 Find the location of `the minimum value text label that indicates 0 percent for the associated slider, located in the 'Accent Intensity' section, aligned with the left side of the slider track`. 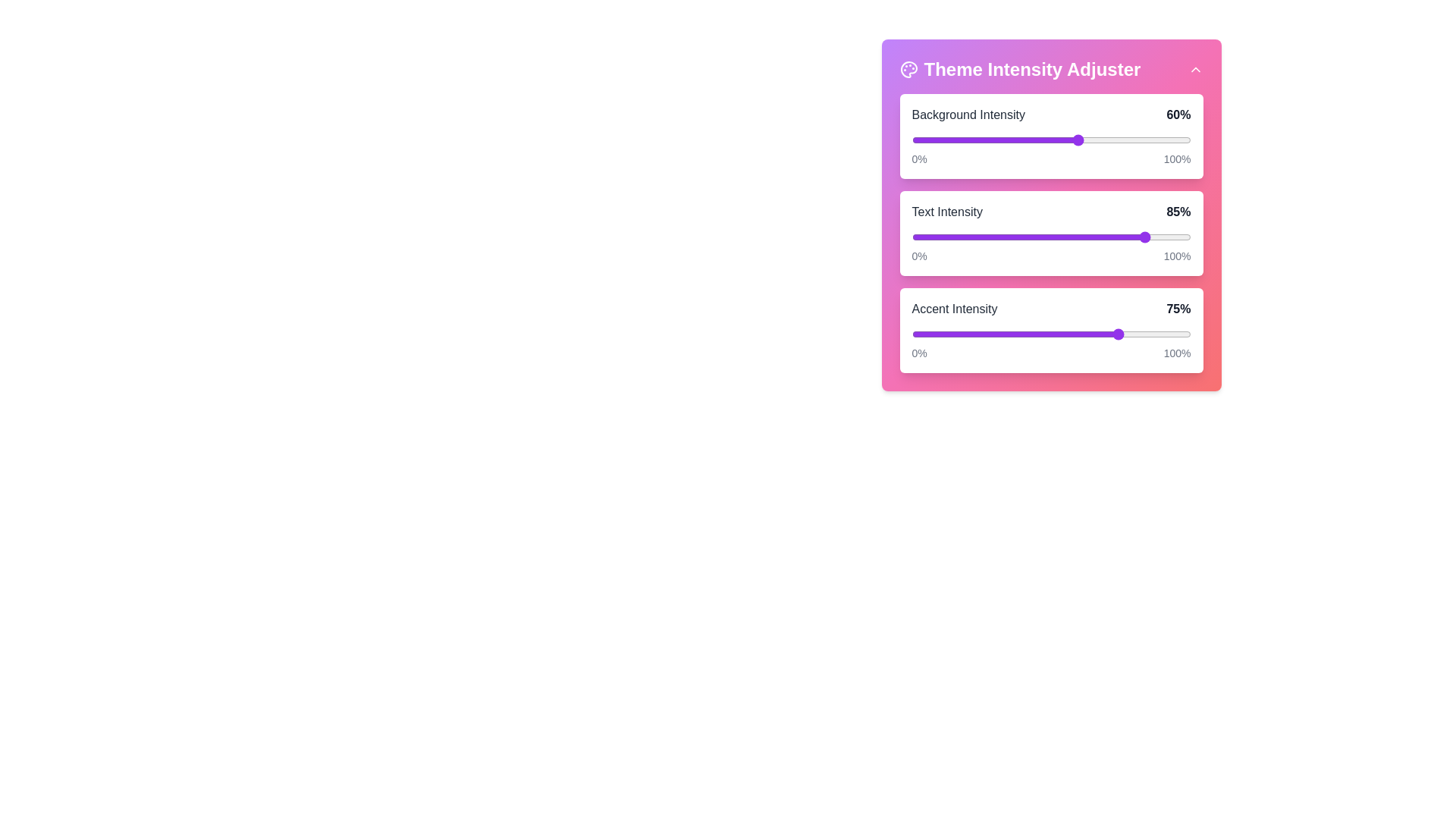

the minimum value text label that indicates 0 percent for the associated slider, located in the 'Accent Intensity' section, aligned with the left side of the slider track is located at coordinates (918, 353).